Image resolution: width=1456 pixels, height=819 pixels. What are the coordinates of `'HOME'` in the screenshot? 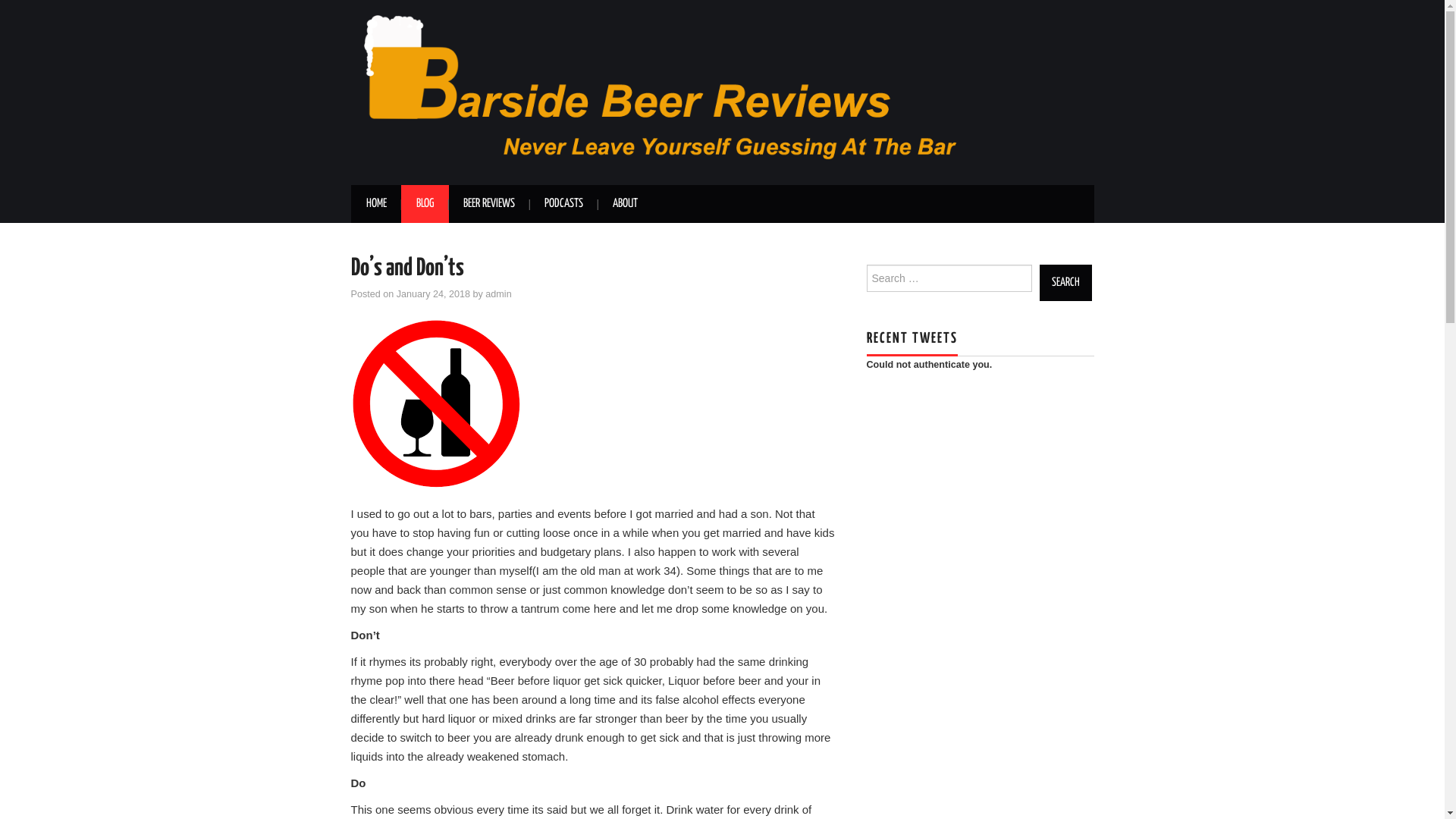 It's located at (349, 203).